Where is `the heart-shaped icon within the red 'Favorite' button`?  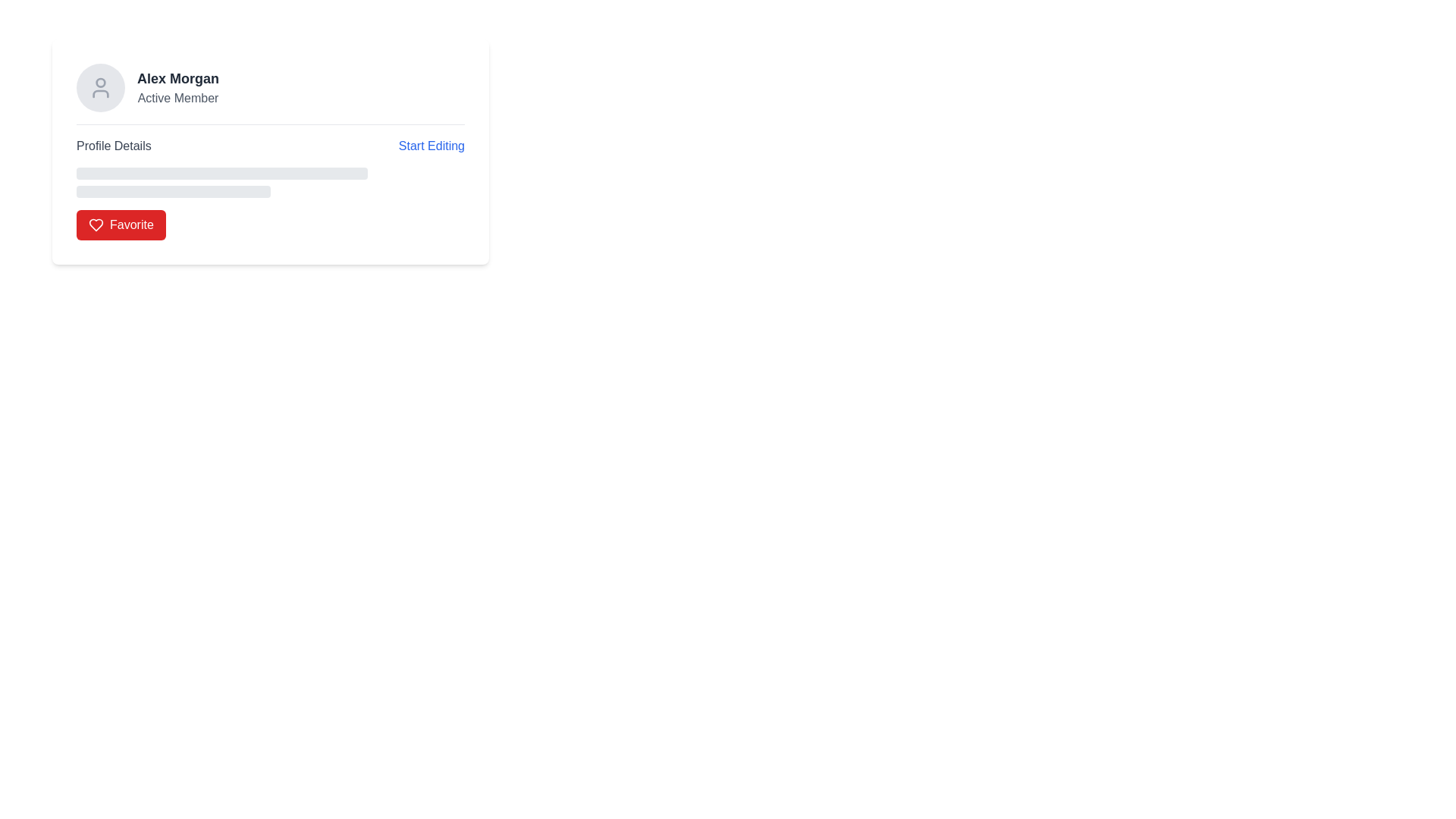 the heart-shaped icon within the red 'Favorite' button is located at coordinates (95, 225).